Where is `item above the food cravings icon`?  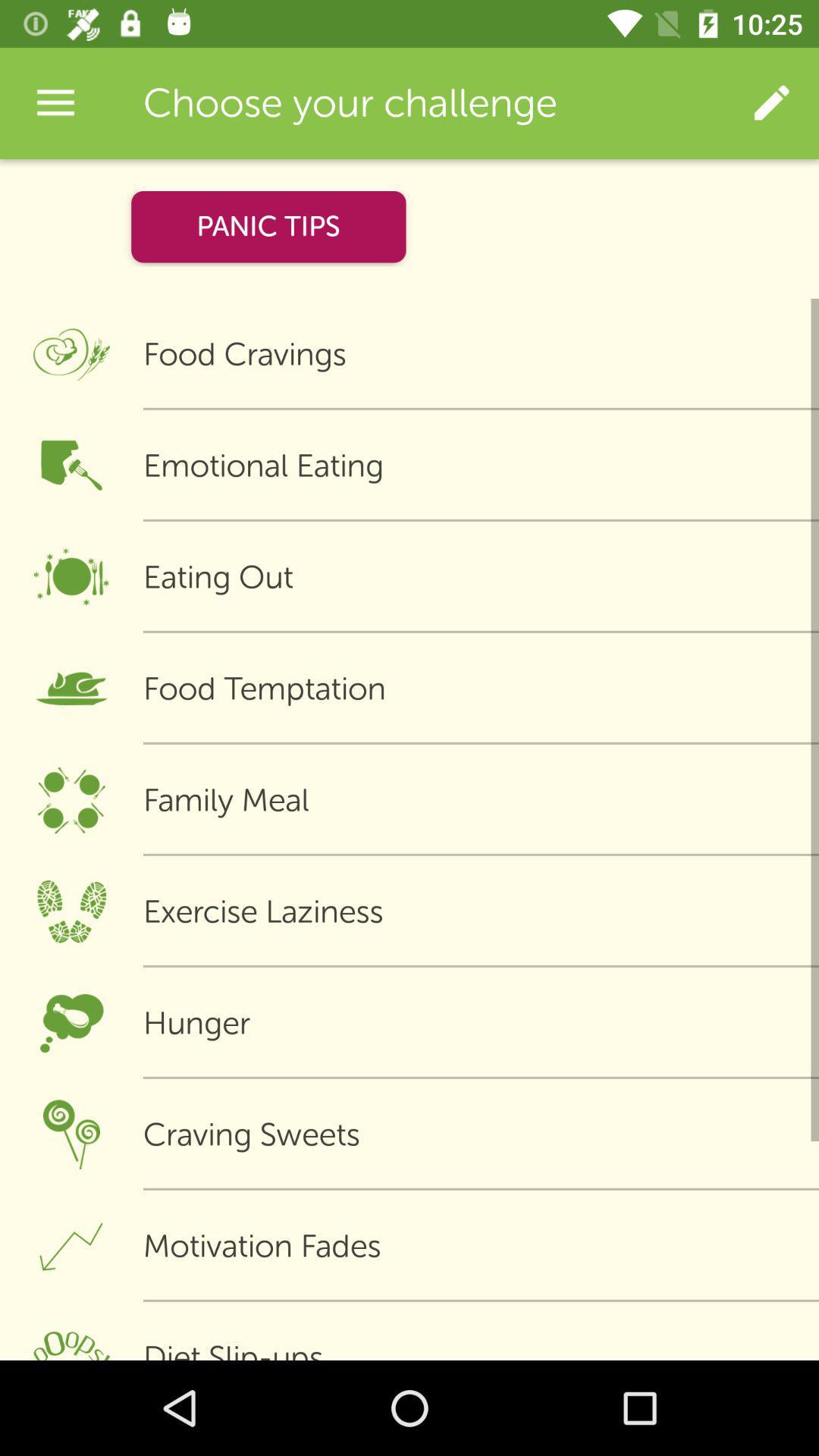 item above the food cravings icon is located at coordinates (771, 102).